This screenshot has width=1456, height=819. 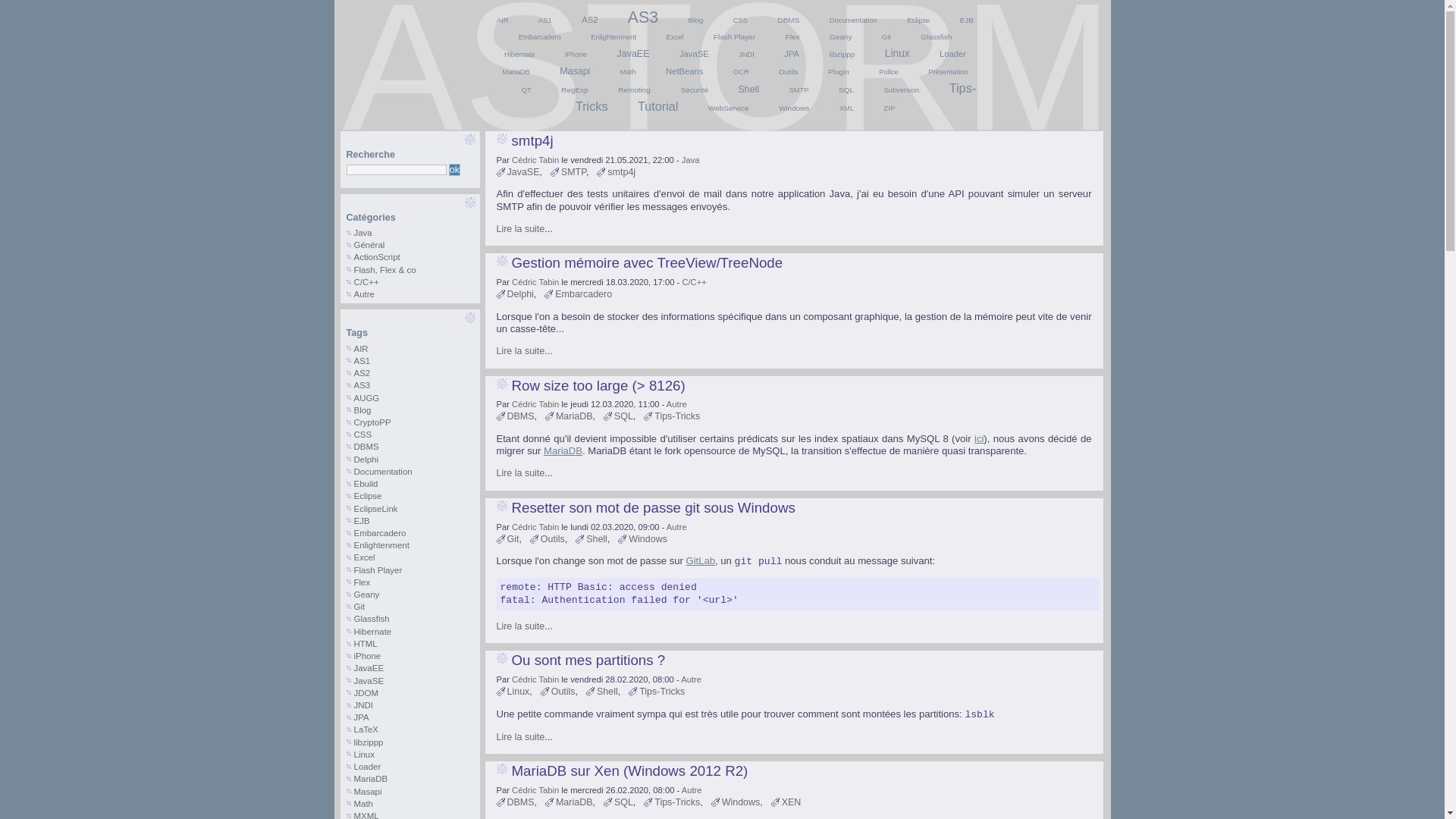 I want to click on 'RegExp', so click(x=573, y=89).